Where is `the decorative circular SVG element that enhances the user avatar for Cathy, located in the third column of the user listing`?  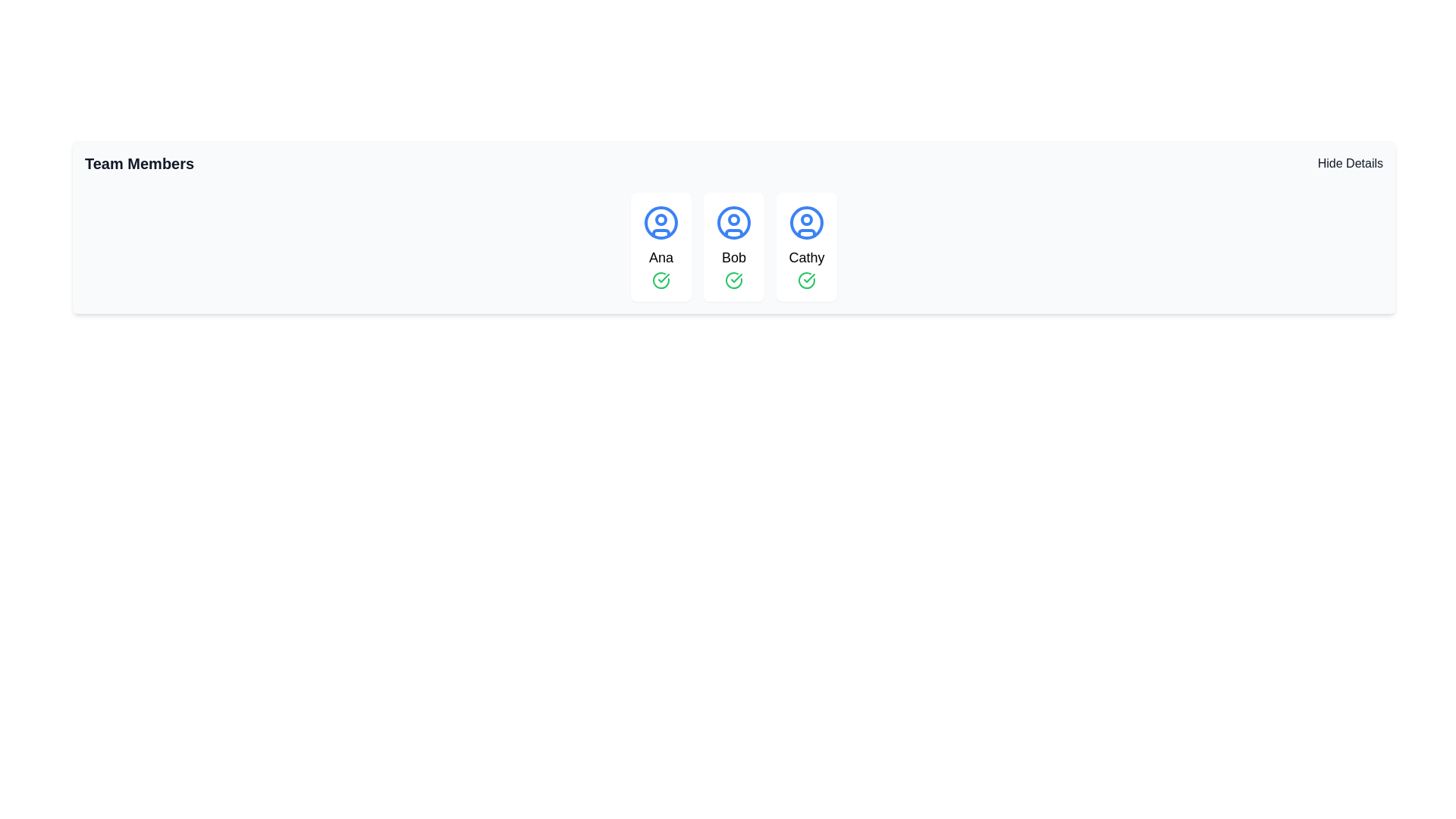 the decorative circular SVG element that enhances the user avatar for Cathy, located in the third column of the user listing is located at coordinates (806, 222).